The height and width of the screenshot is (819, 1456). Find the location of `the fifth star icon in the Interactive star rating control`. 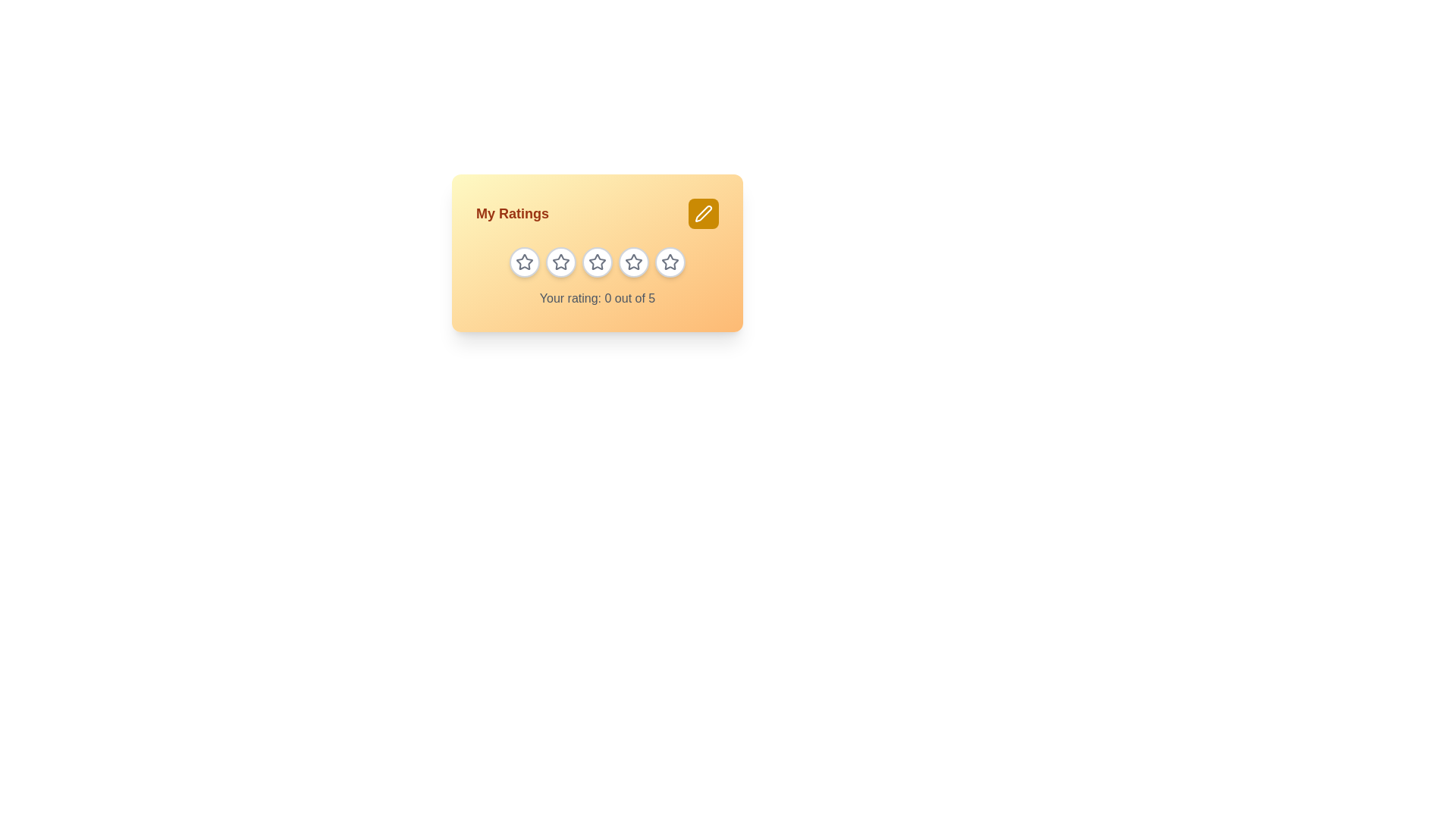

the fifth star icon in the Interactive star rating control is located at coordinates (669, 261).